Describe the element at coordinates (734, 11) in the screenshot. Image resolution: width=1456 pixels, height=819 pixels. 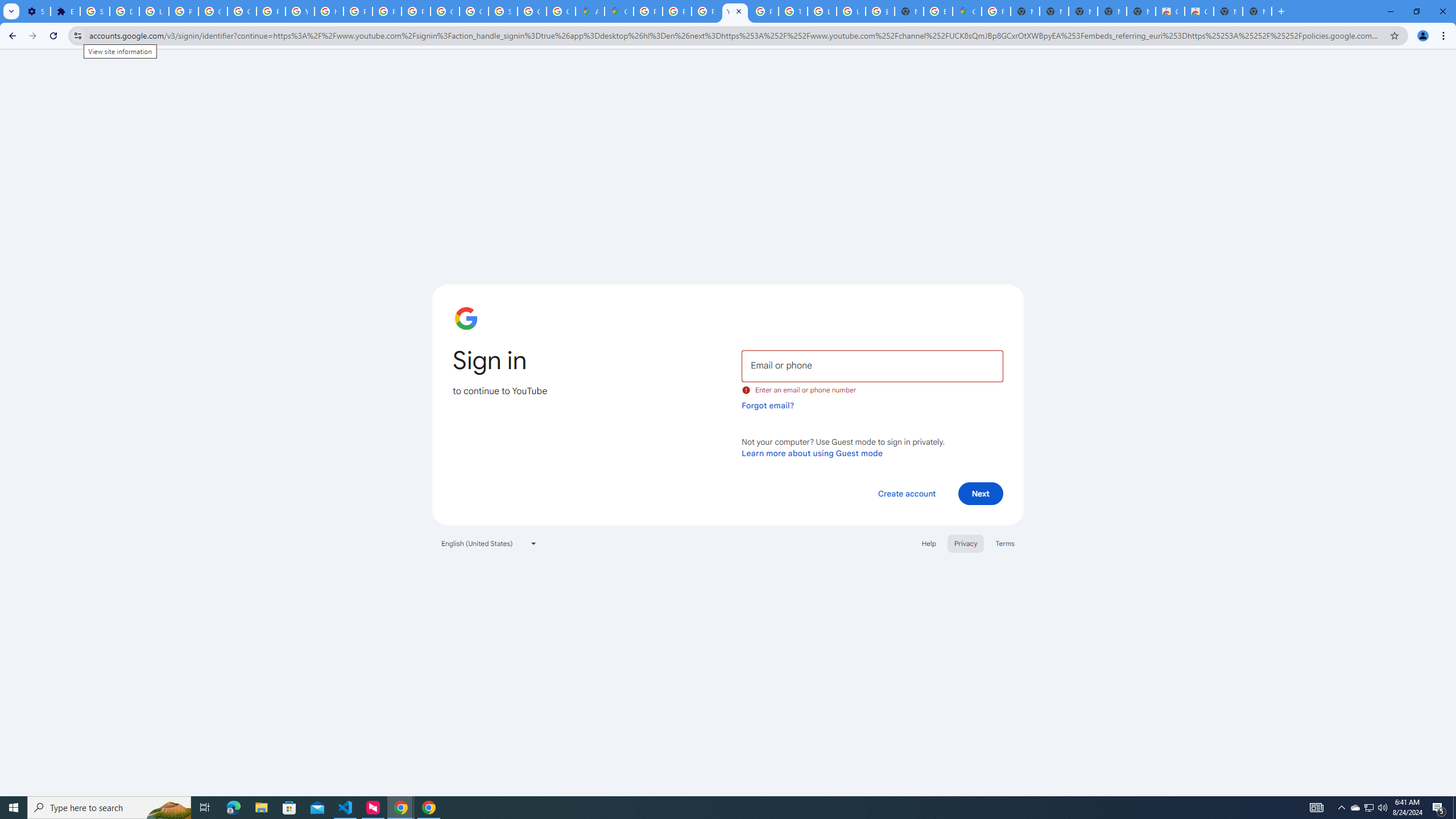
I see `'YouTube'` at that location.